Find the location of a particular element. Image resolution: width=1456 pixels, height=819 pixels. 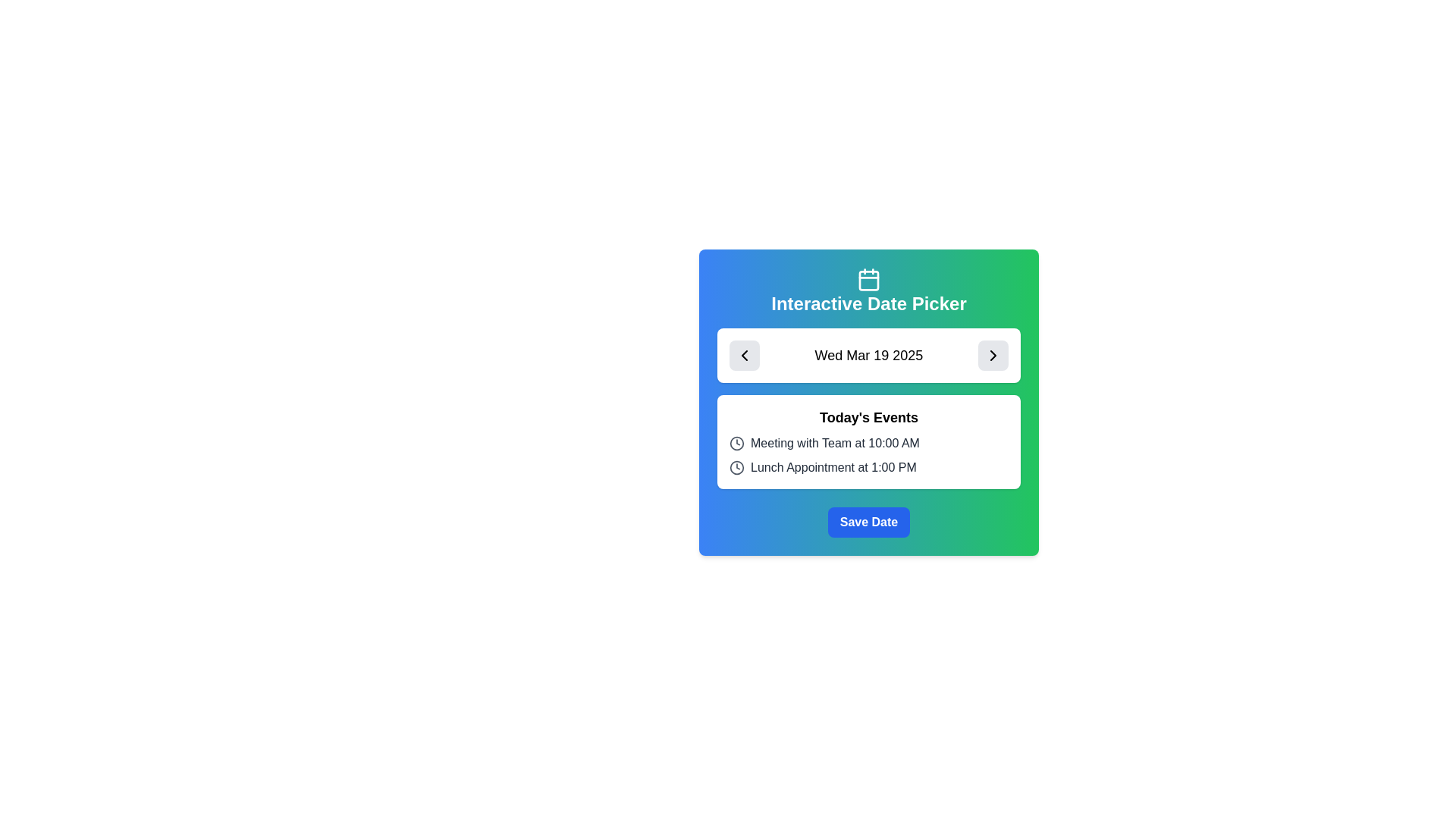

the circular SVG icon representing the outer border of the clock shape in the events section of the card UI, located to the left of the 'Lunch Appointment at 1:00 PM' text is located at coordinates (736, 444).